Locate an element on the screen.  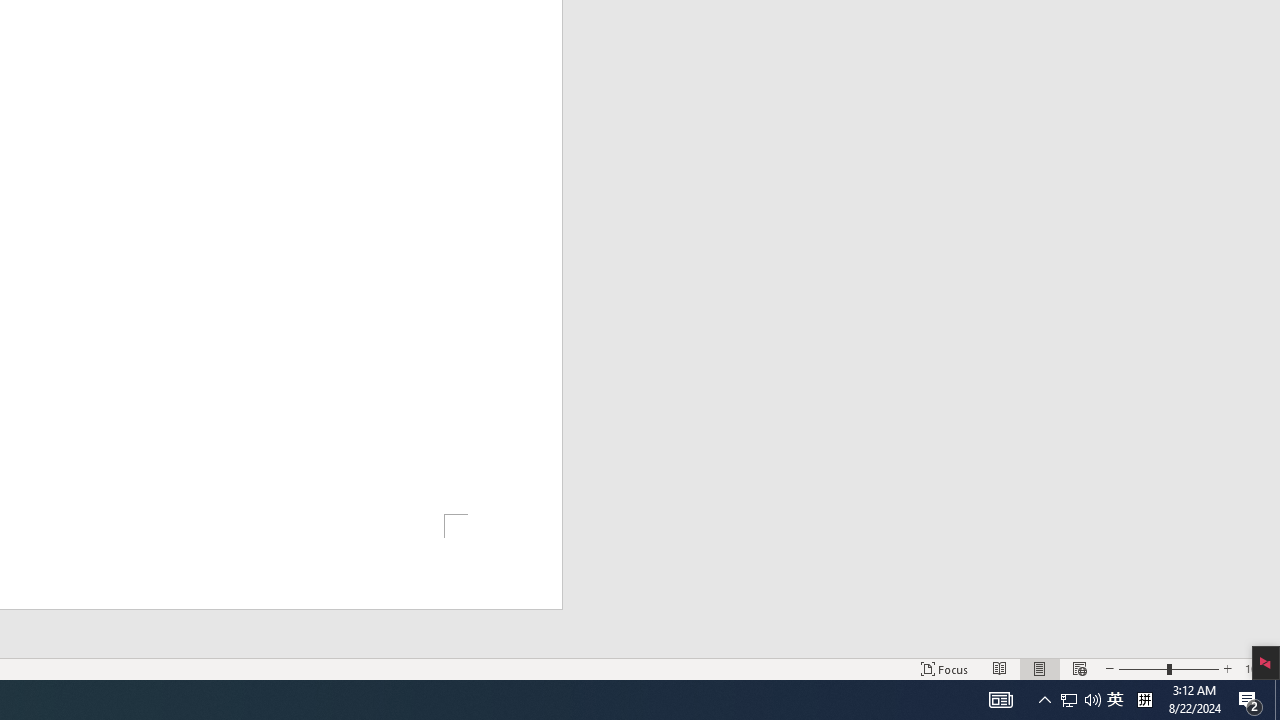
'Focus ' is located at coordinates (943, 669).